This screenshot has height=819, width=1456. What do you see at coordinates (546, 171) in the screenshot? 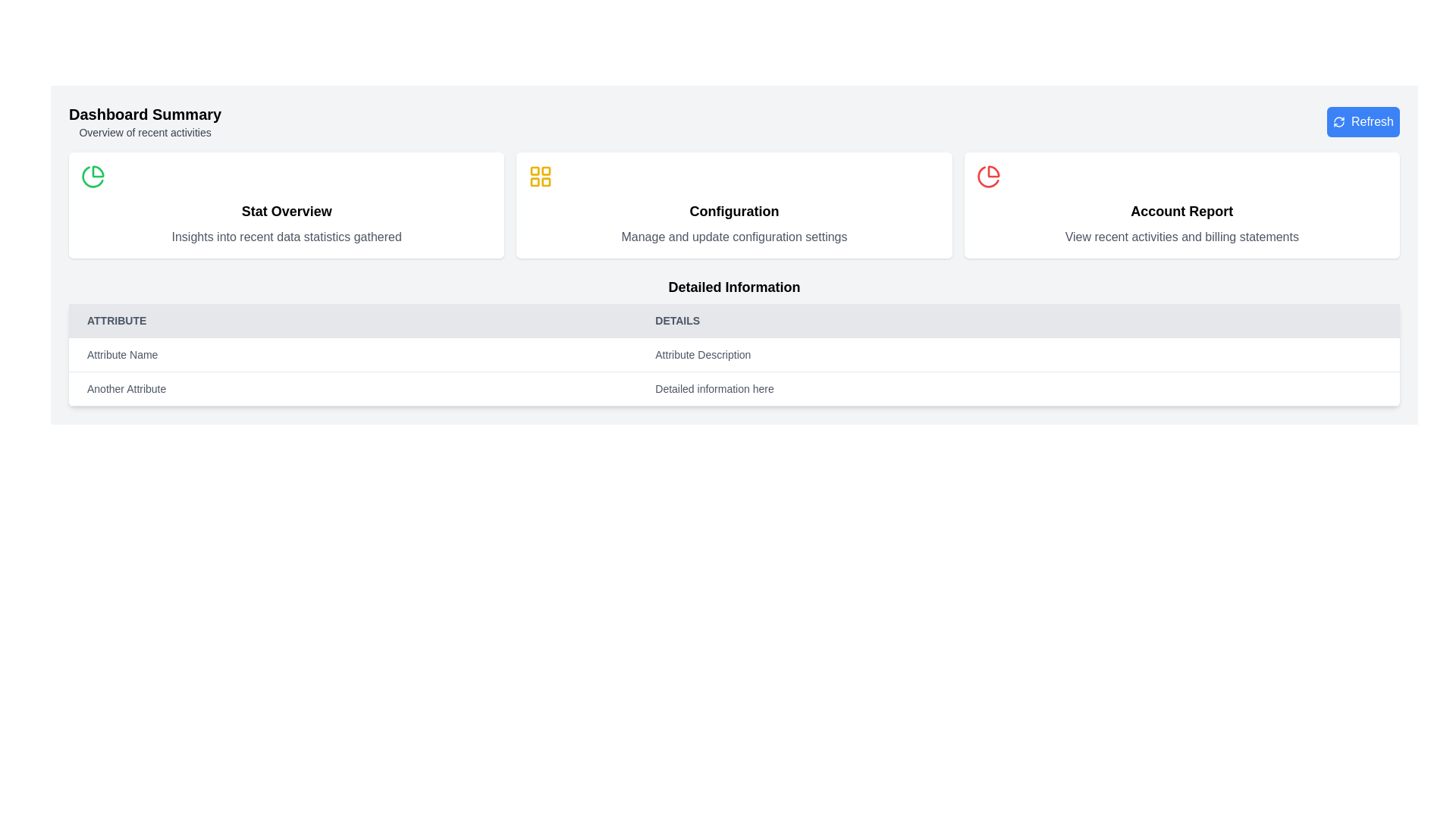
I see `the second square in the first row of the 2x2 grid icon located in the top-right portion of the grid in the 'Configuration' section of the Dashboard Summary` at bounding box center [546, 171].